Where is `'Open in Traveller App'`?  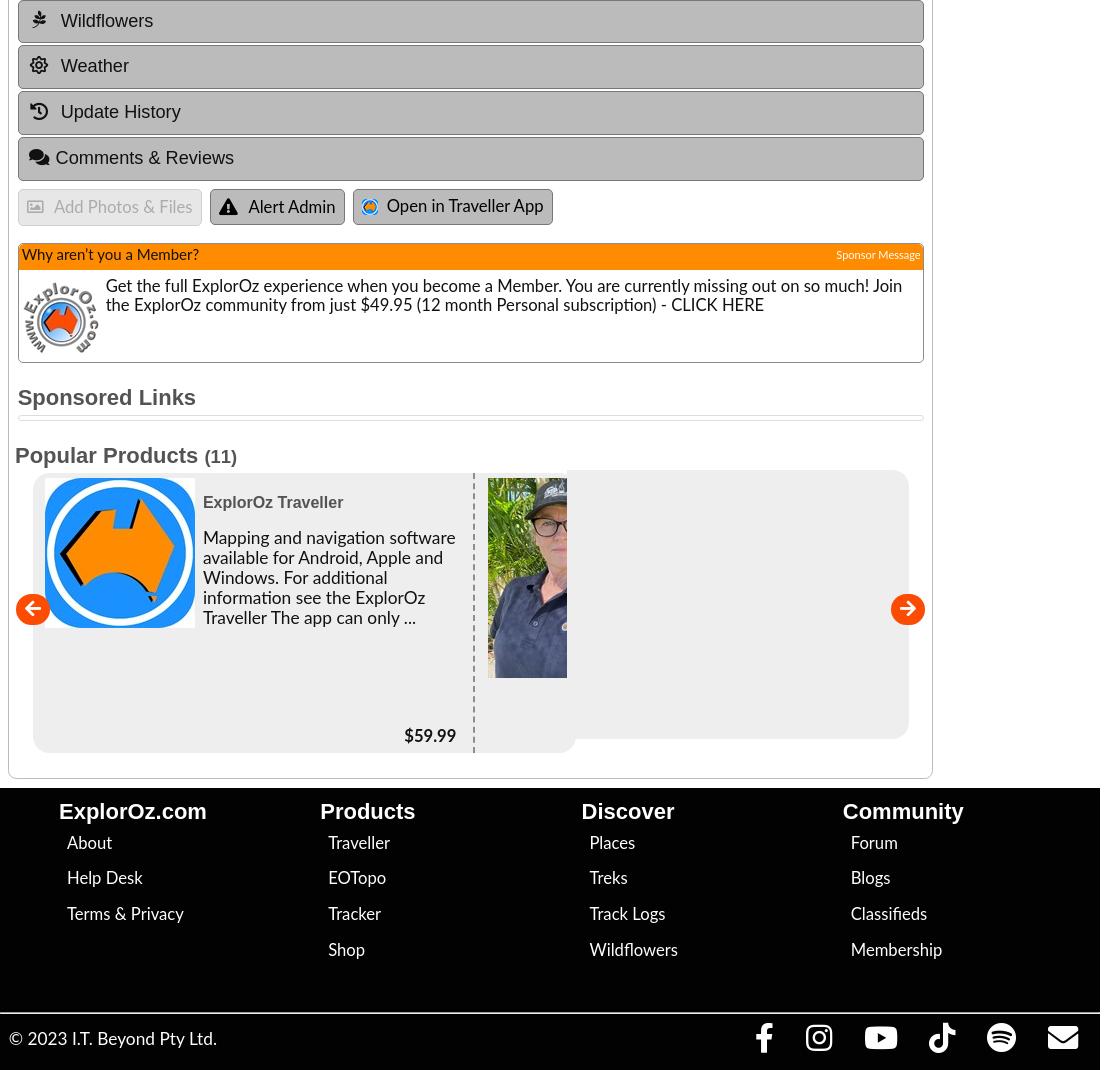 'Open in Traveller App' is located at coordinates (464, 204).